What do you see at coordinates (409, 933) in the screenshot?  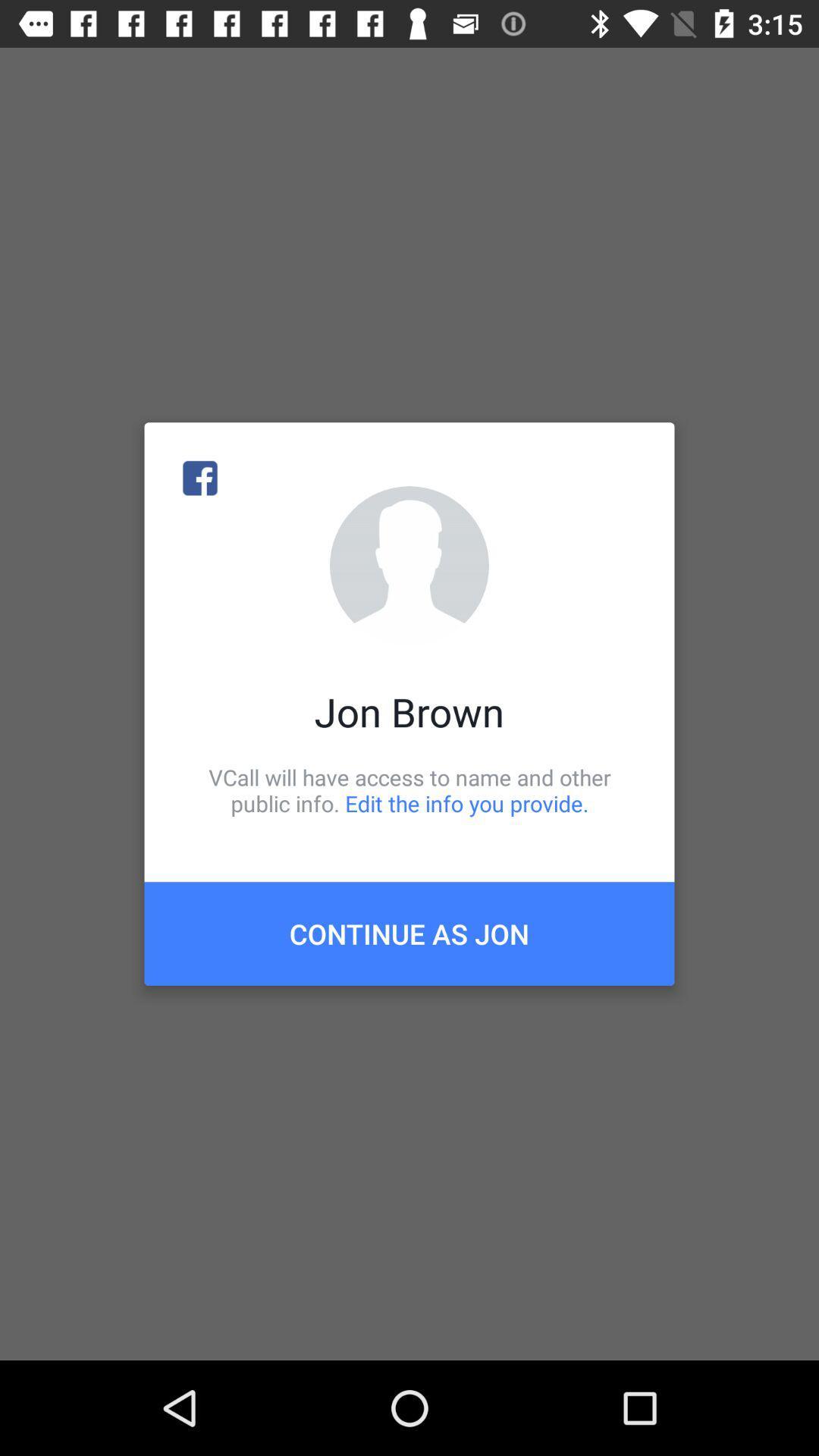 I see `the item below the vcall will have item` at bounding box center [409, 933].